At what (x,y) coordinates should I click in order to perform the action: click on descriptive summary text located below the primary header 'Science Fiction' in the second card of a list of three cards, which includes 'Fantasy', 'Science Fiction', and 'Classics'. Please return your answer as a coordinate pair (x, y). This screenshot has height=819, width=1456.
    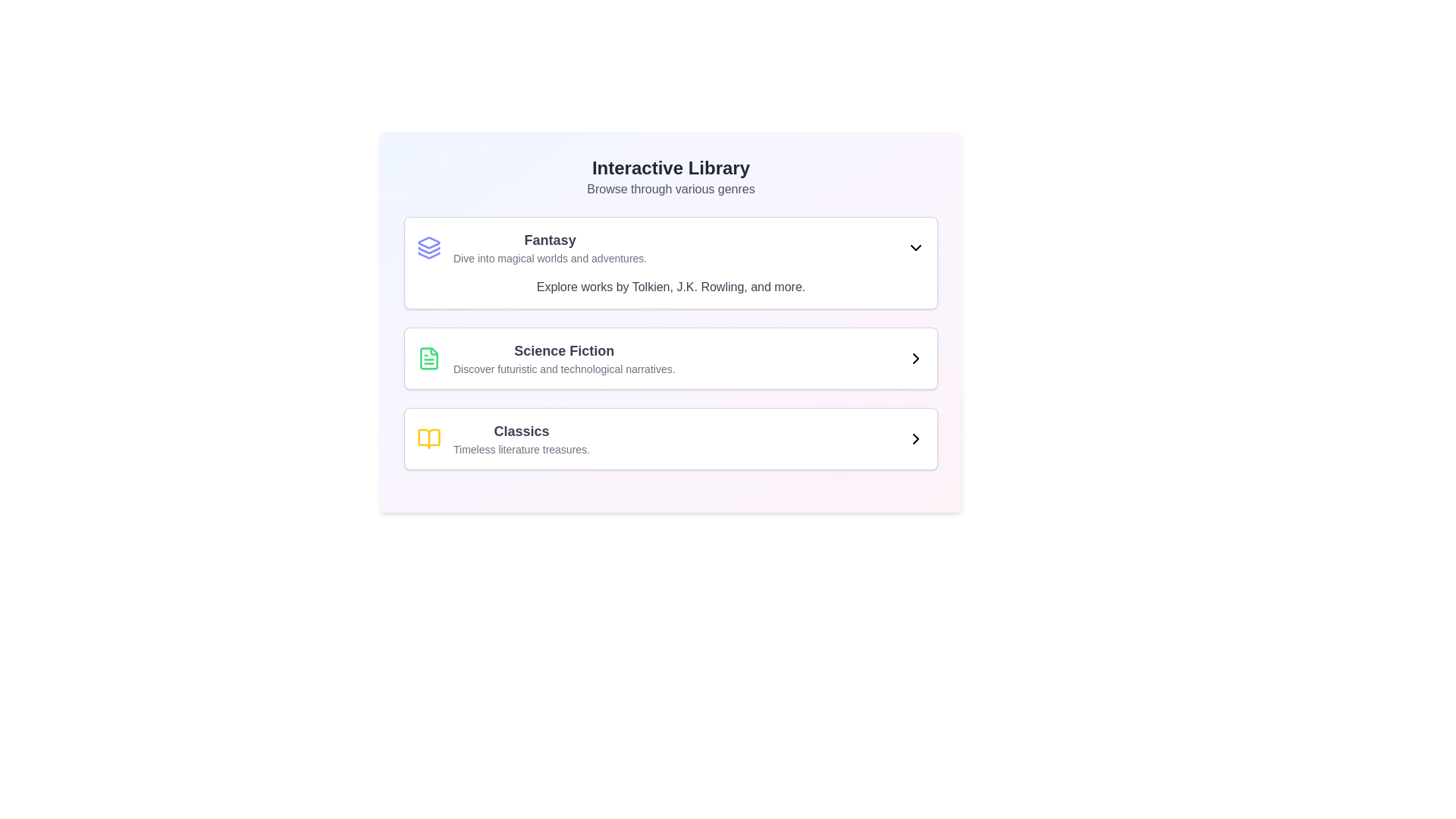
    Looking at the image, I should click on (563, 369).